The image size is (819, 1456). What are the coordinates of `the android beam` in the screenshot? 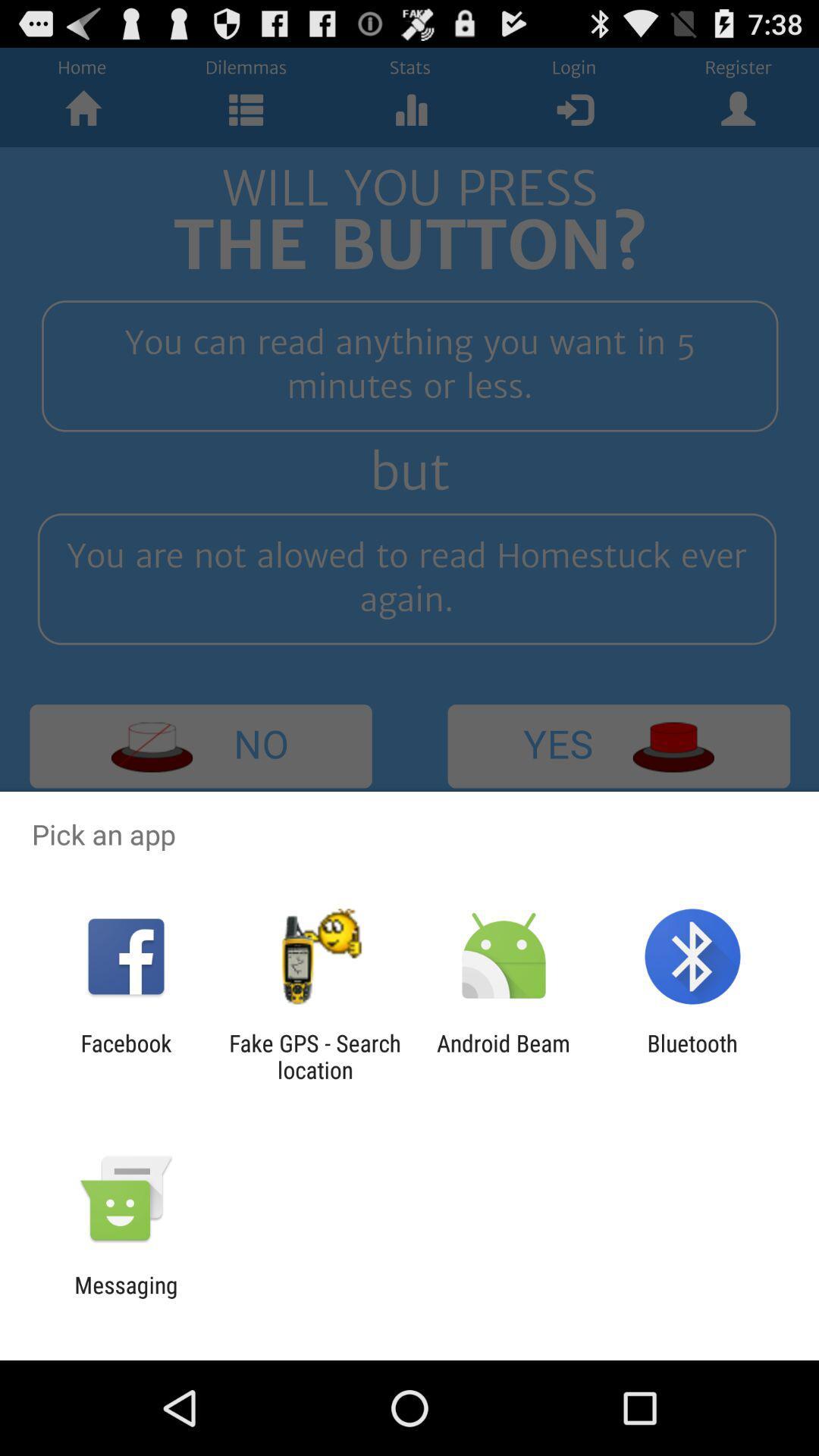 It's located at (504, 1056).